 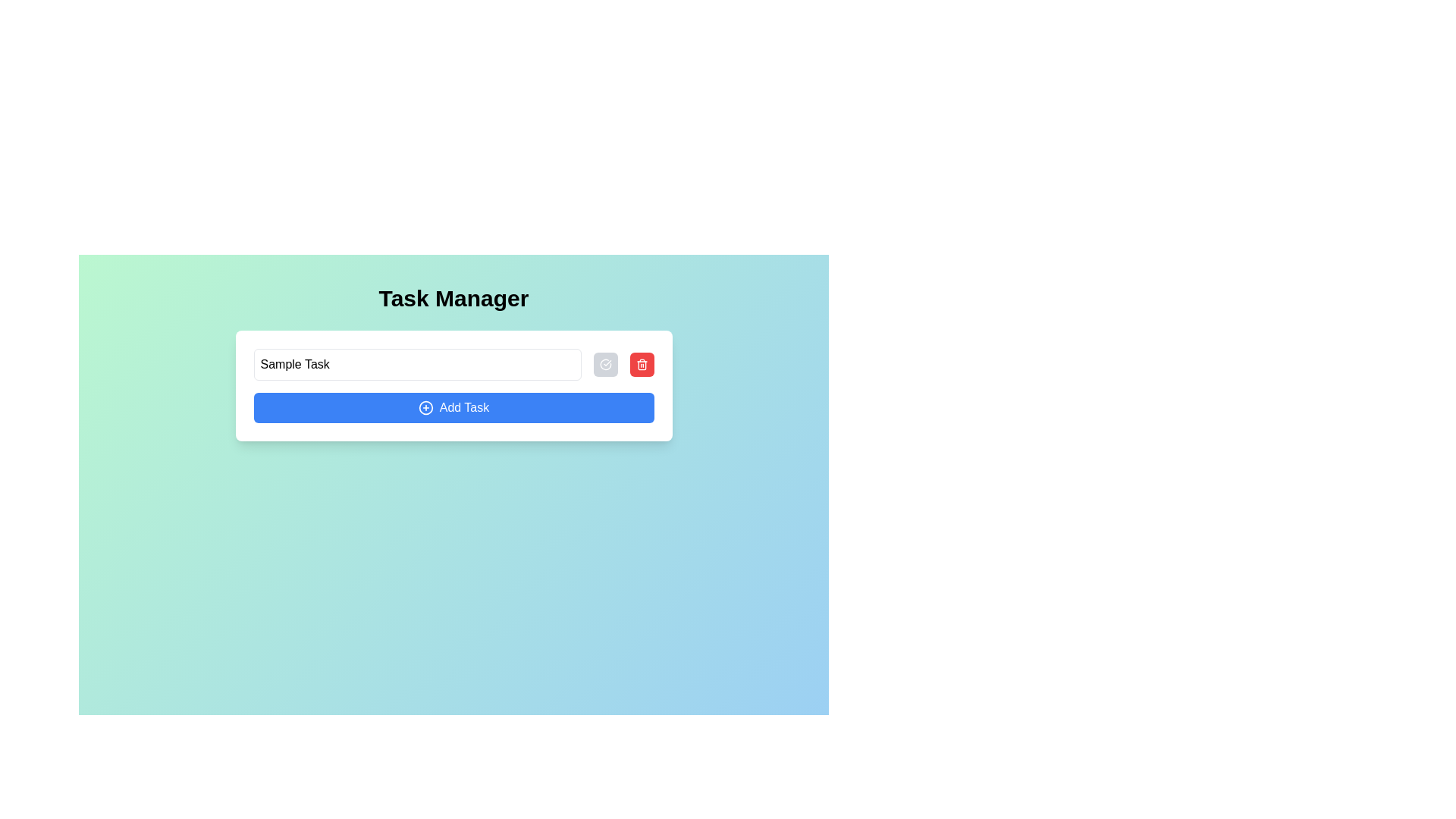 I want to click on the circular checkmark icon located on the right side of the task entry field, so click(x=604, y=365).